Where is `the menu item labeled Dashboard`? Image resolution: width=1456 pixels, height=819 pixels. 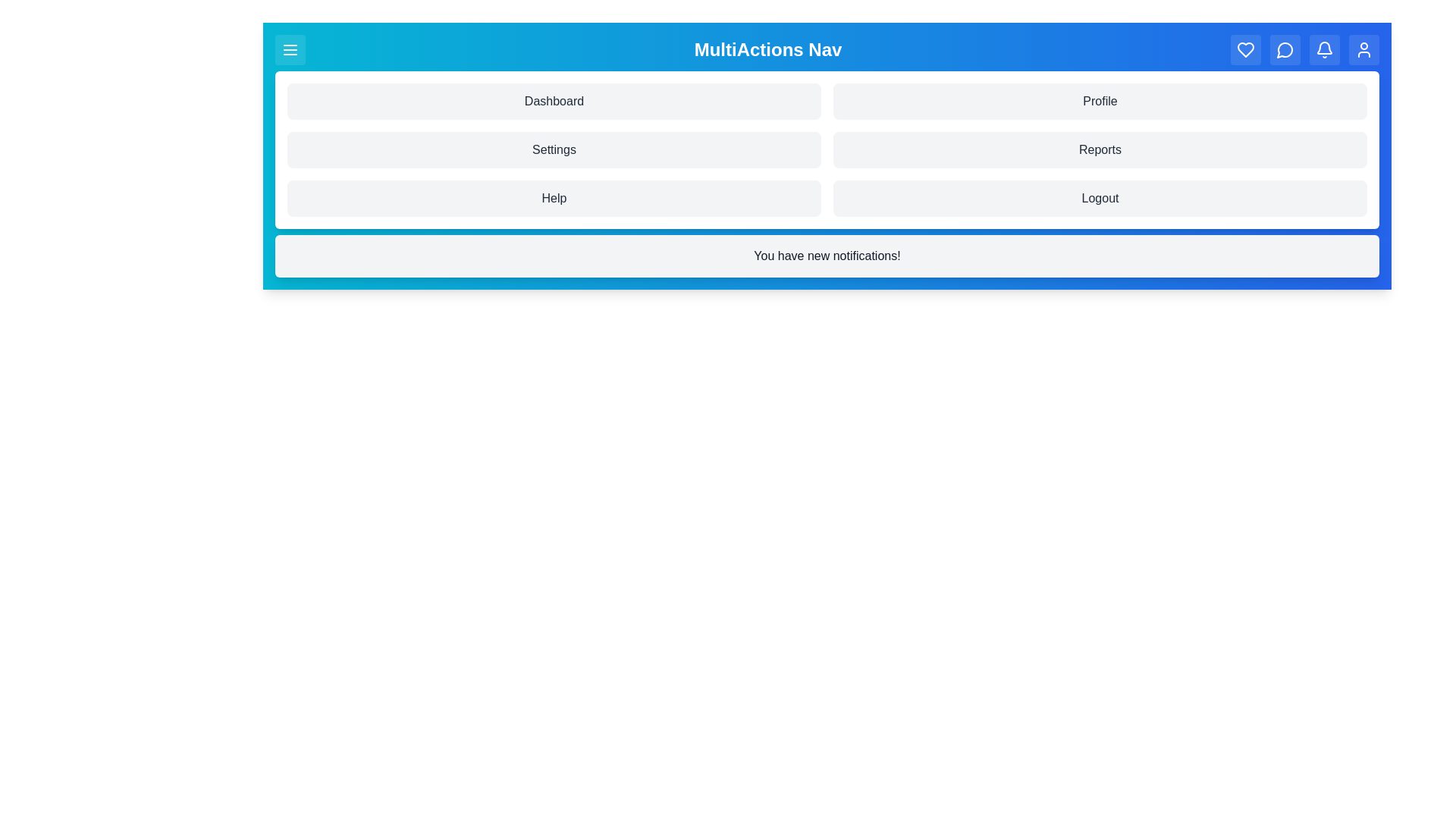 the menu item labeled Dashboard is located at coordinates (553, 102).